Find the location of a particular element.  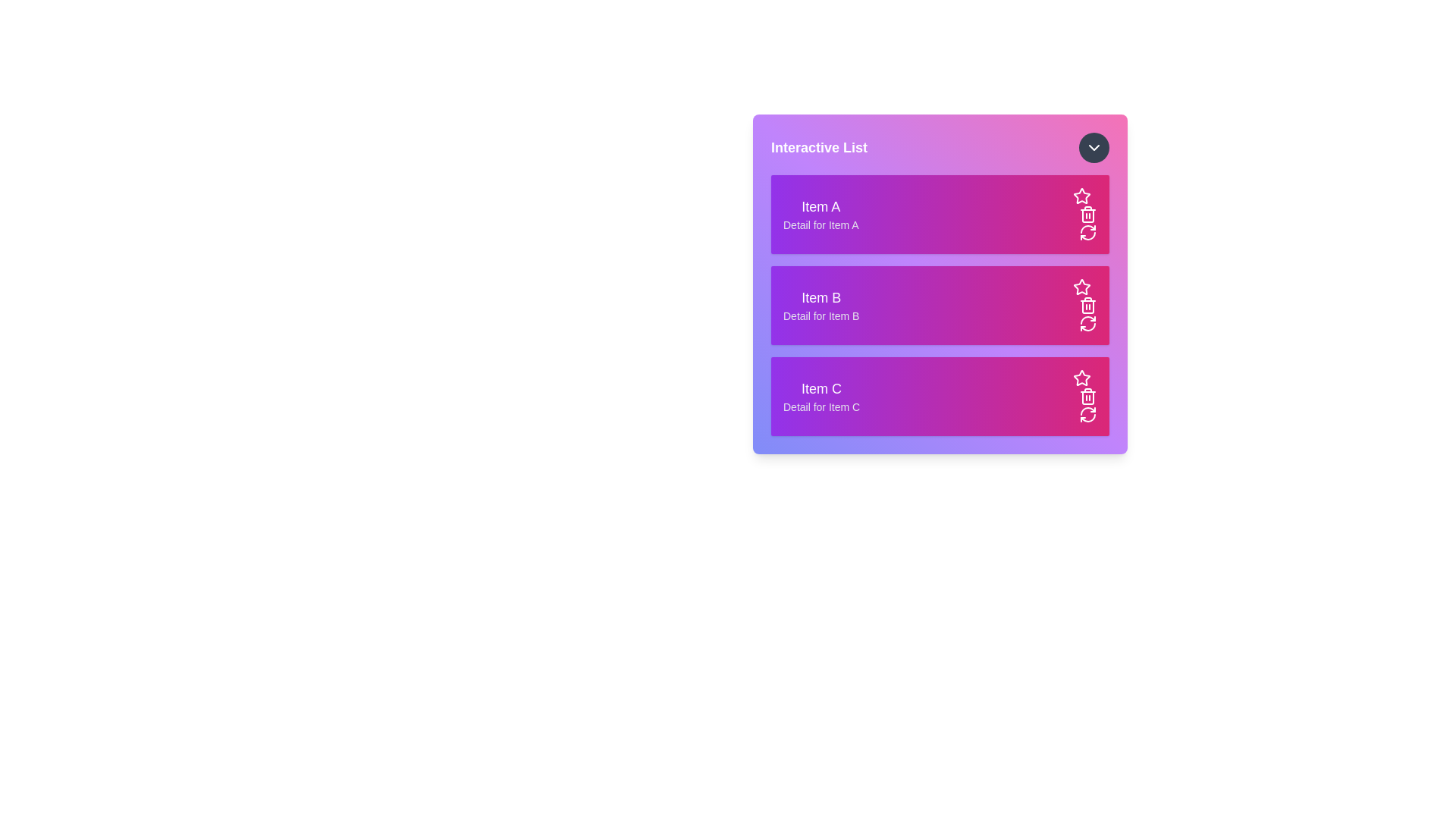

the trash icon to delete the item Item A is located at coordinates (1087, 214).